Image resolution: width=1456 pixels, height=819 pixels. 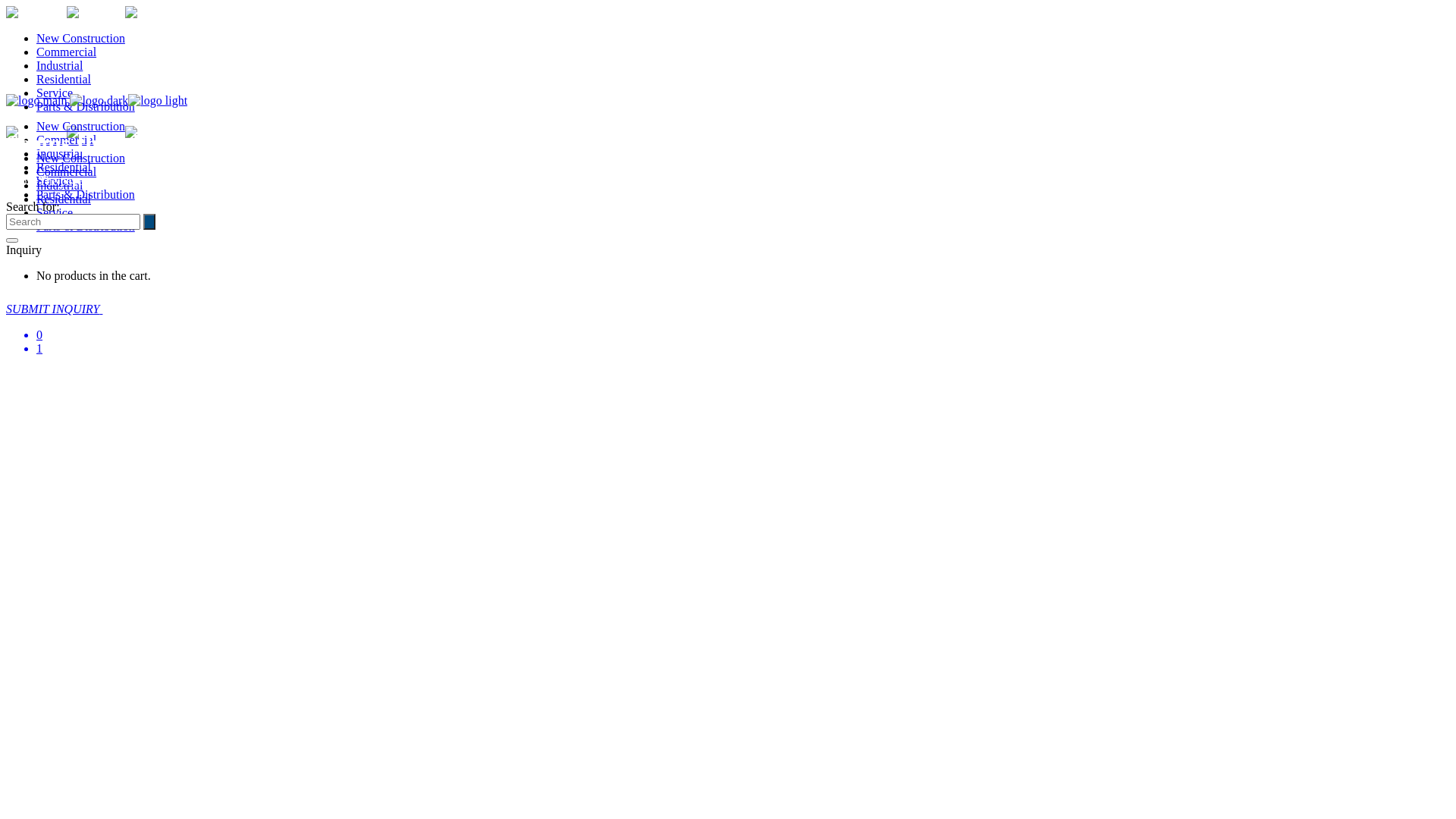 What do you see at coordinates (65, 171) in the screenshot?
I see `'Commercial'` at bounding box center [65, 171].